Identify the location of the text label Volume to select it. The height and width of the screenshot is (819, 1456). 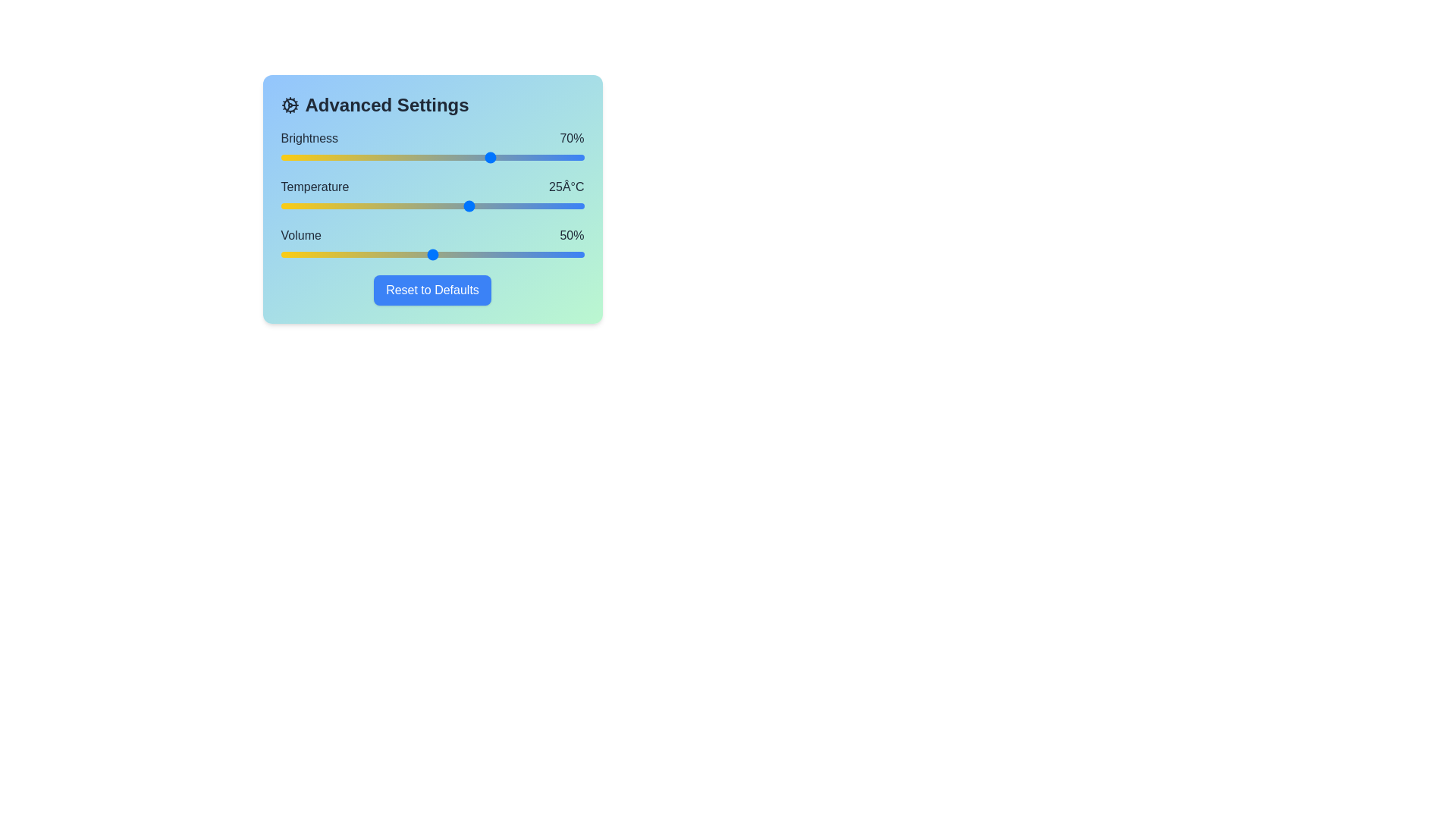
(301, 236).